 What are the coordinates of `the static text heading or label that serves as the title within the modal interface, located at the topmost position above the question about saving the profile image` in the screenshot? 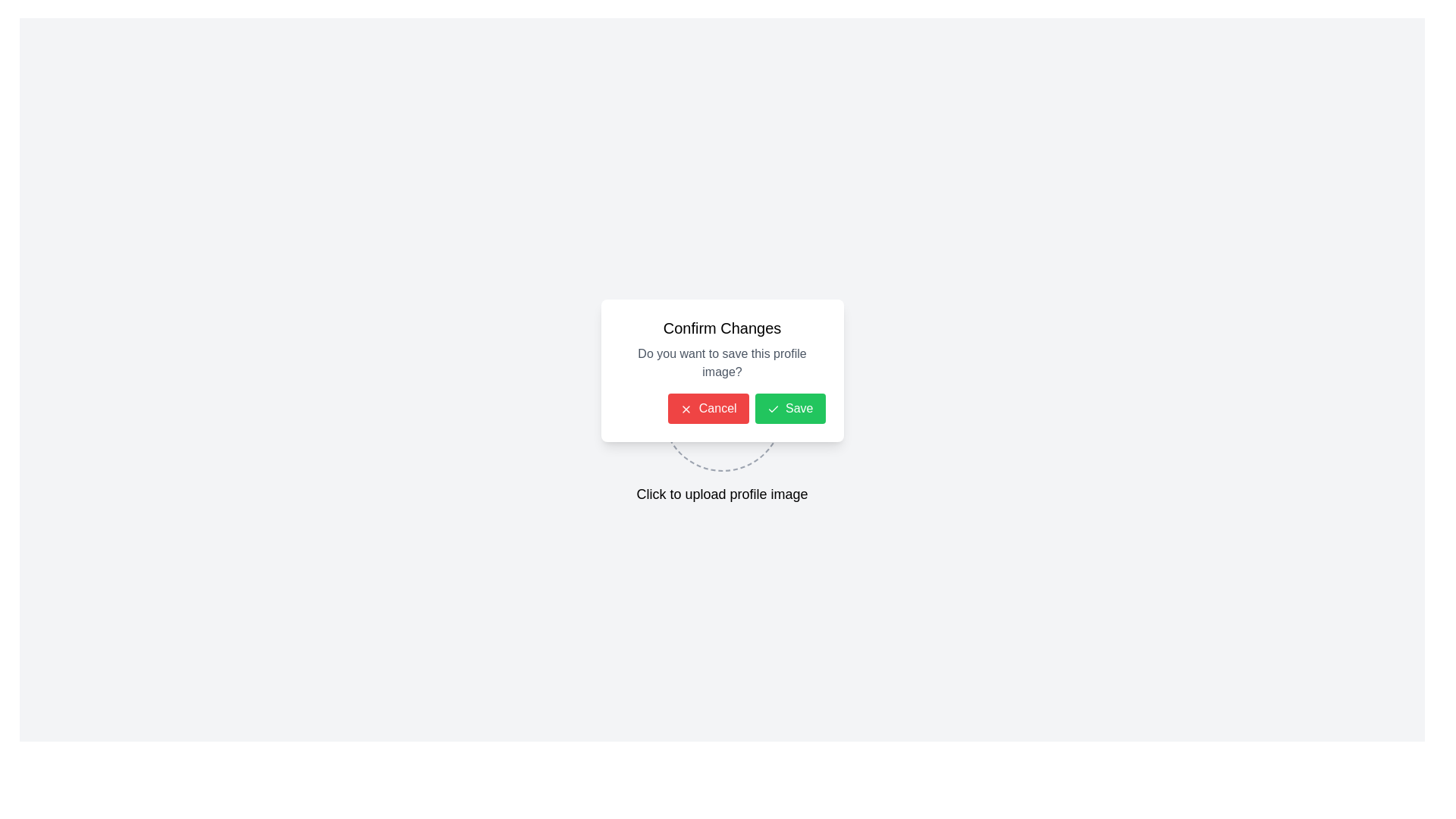 It's located at (721, 327).